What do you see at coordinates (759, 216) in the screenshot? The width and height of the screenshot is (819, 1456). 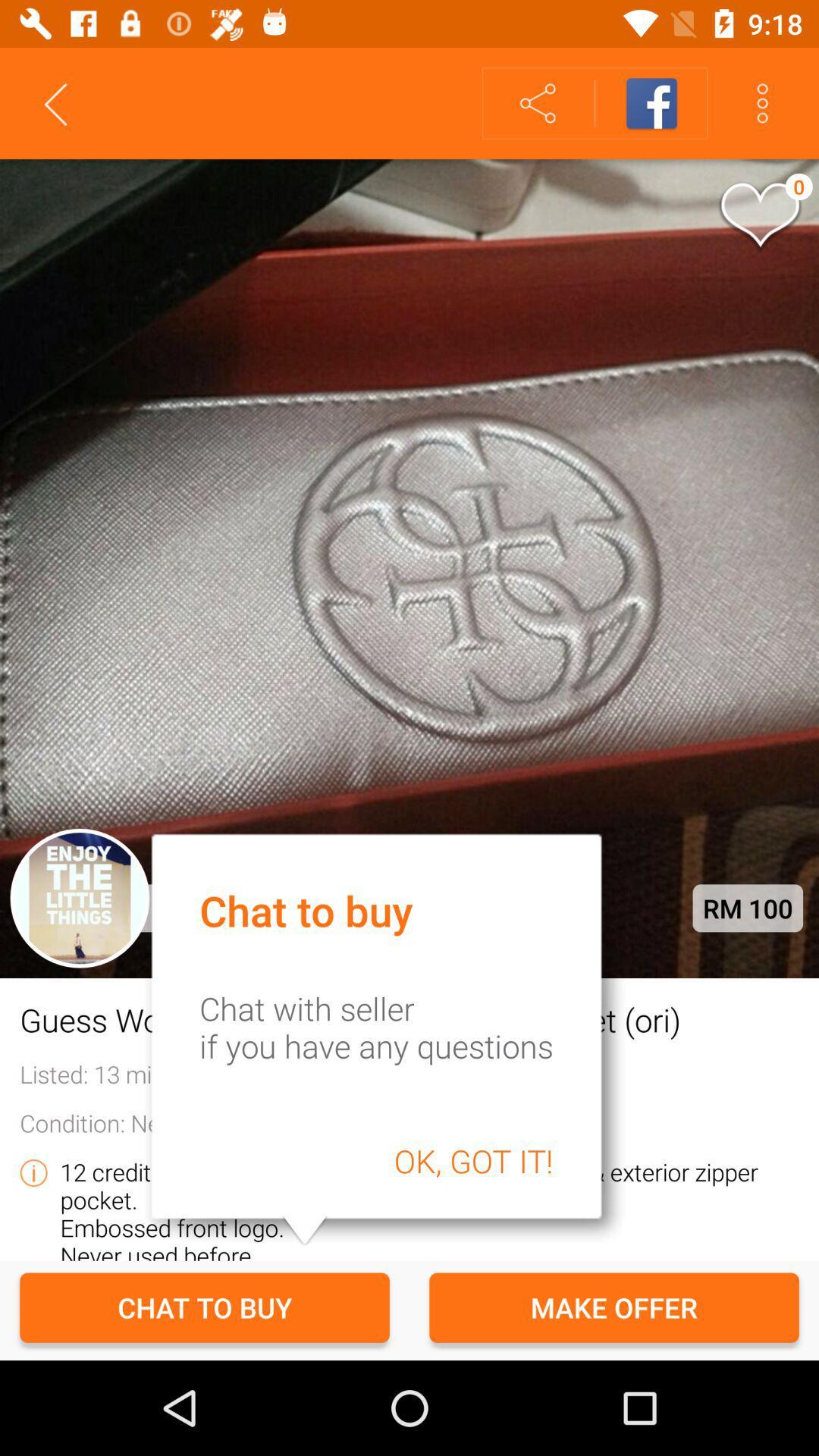 I see `the favorite icon` at bounding box center [759, 216].